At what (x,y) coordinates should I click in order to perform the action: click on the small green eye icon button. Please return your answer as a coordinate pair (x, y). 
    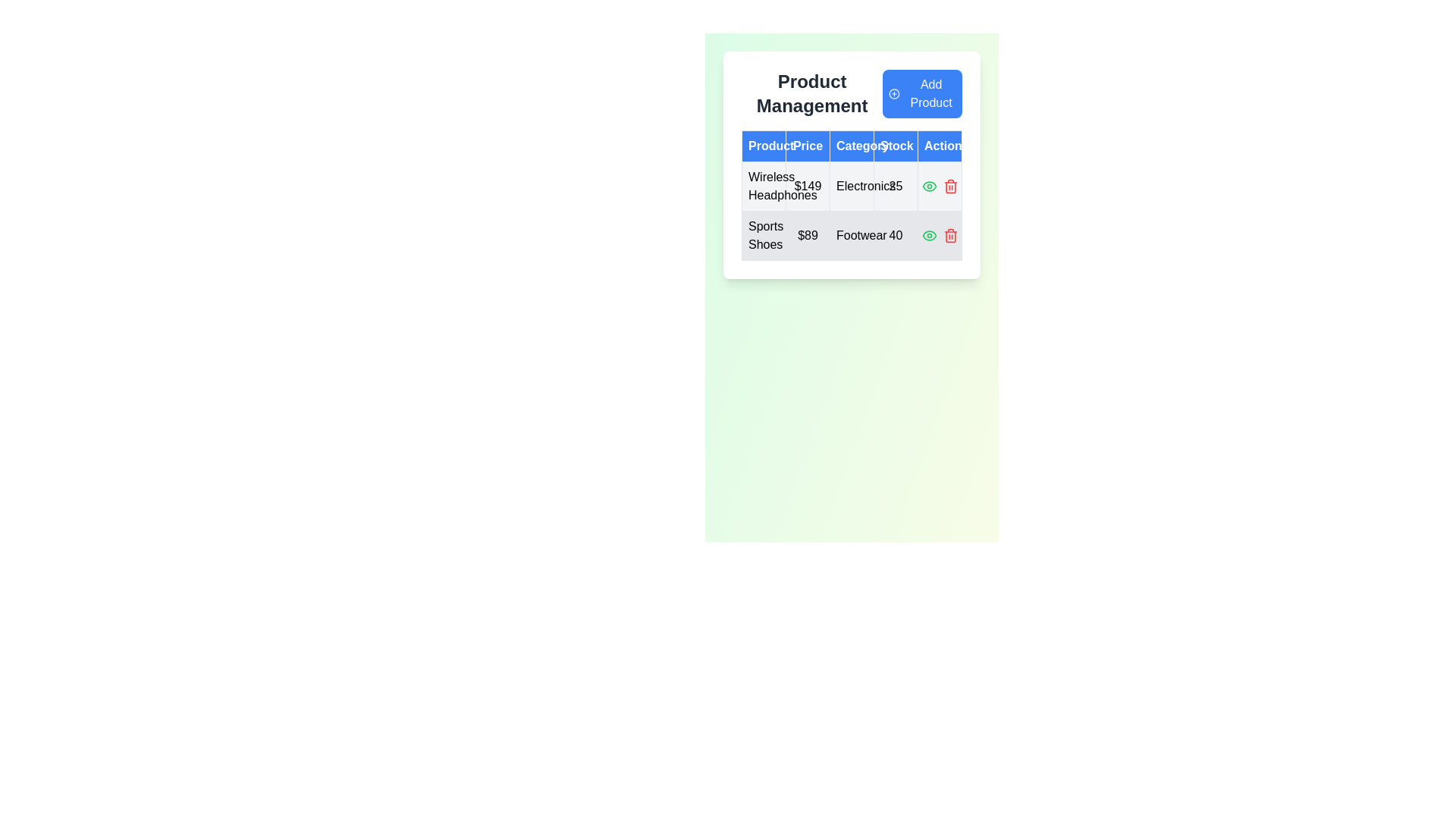
    Looking at the image, I should click on (928, 186).